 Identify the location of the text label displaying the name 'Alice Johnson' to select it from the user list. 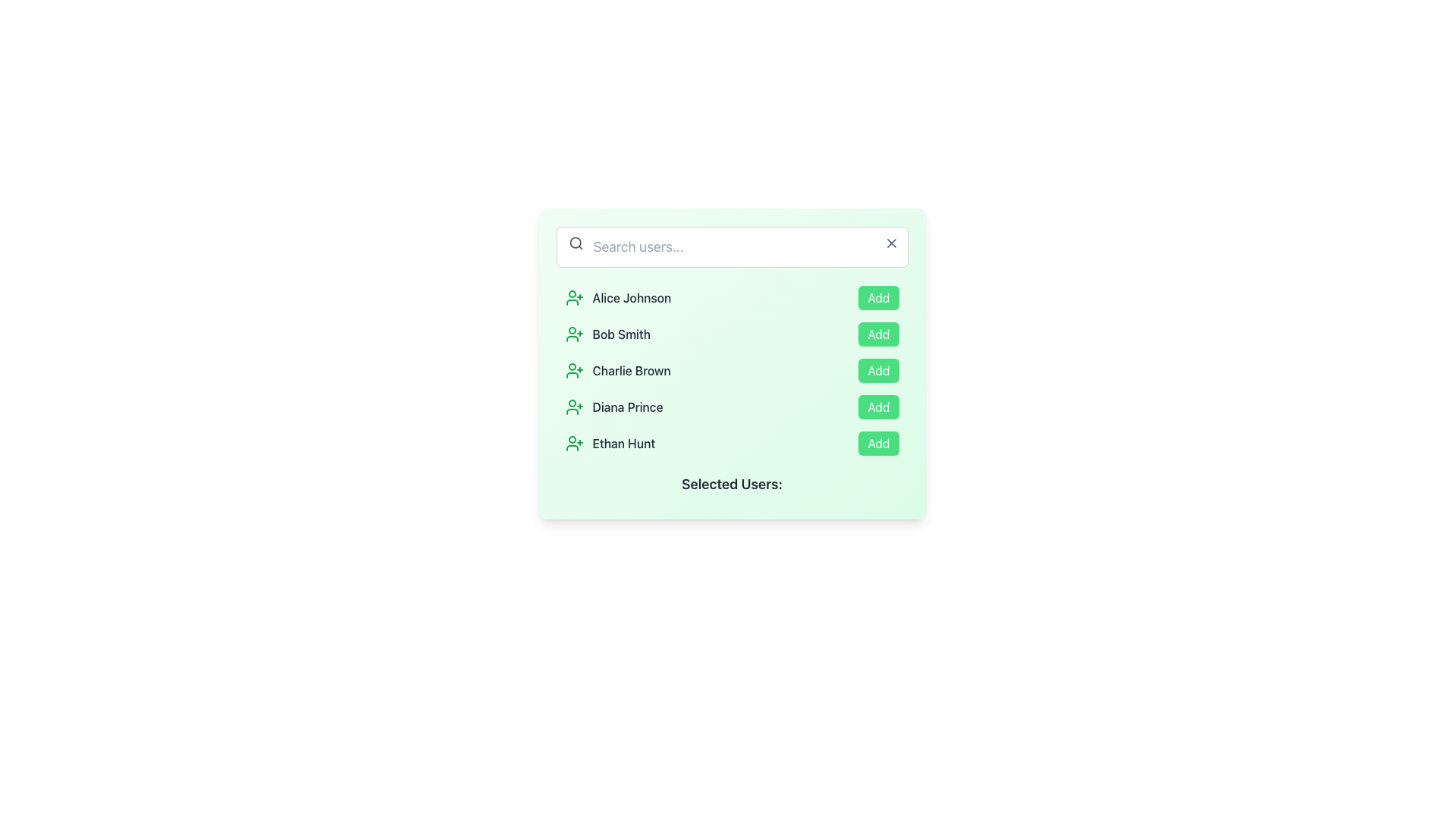
(618, 298).